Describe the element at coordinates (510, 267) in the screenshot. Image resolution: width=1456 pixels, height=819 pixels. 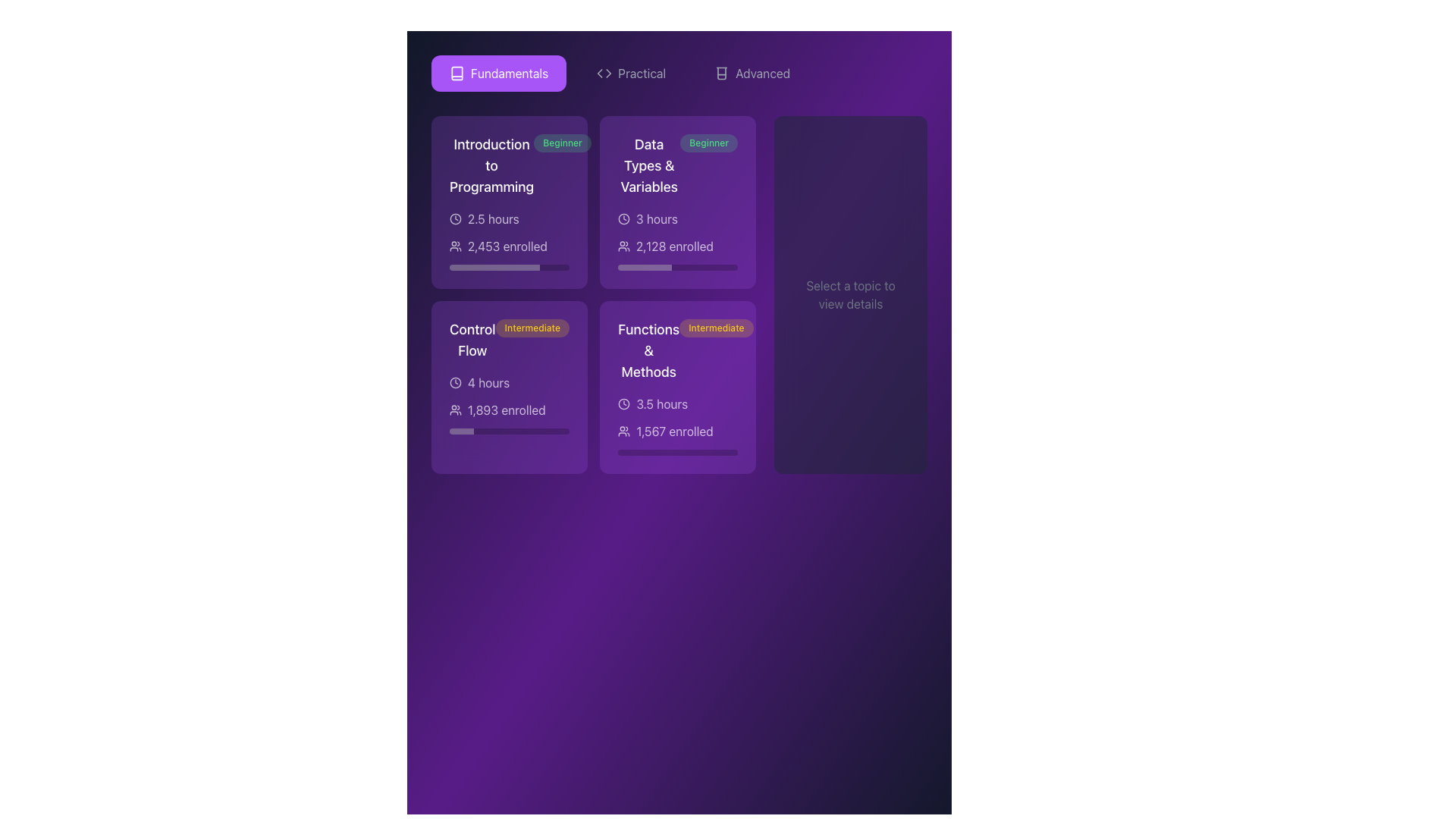
I see `the progress bar indicating the completion level for the 'Introduction to Programming' course, located below the text '2,453 enrolled'` at that location.